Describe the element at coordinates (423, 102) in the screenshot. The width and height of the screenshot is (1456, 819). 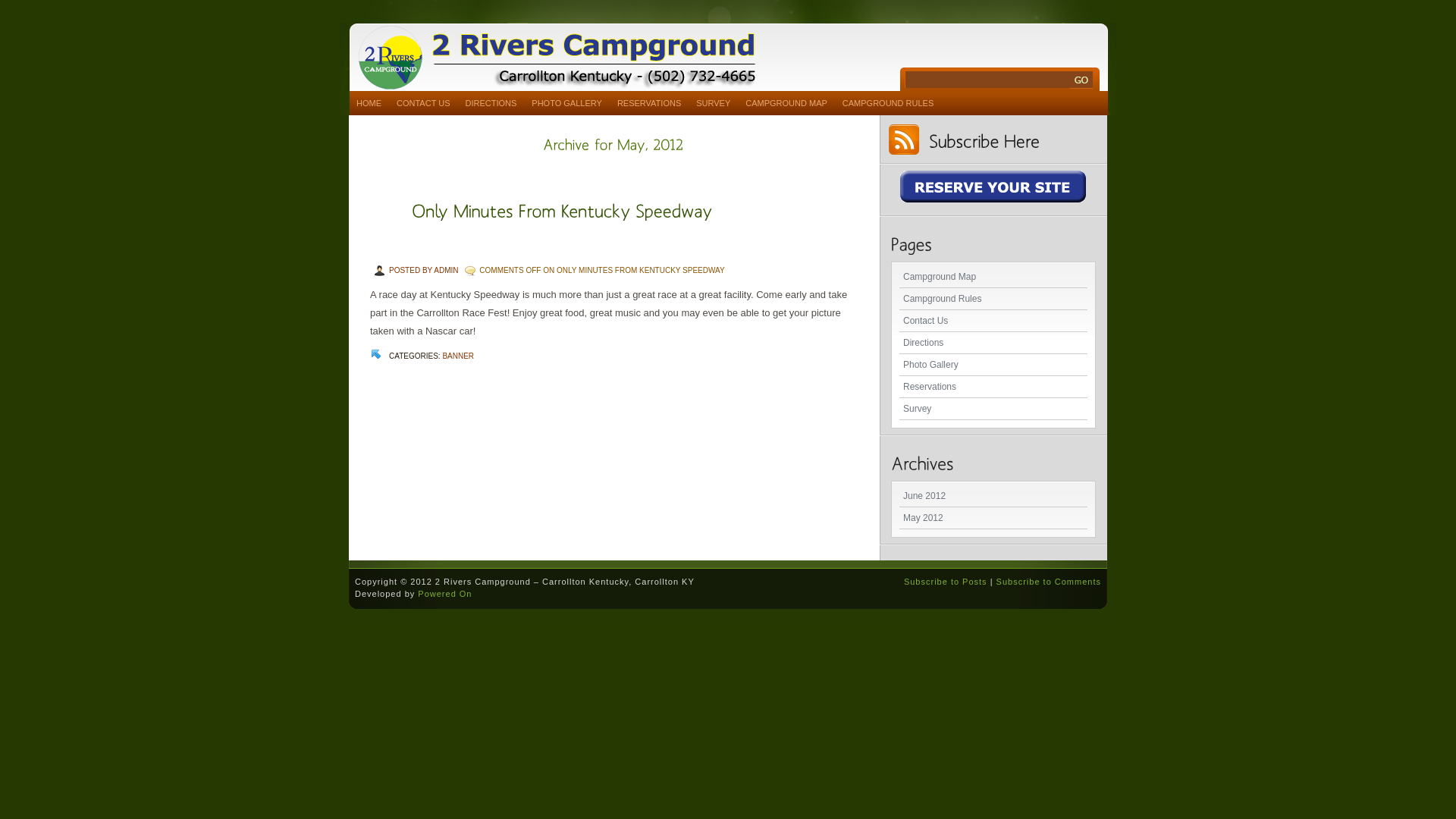
I see `'CONTACT US'` at that location.